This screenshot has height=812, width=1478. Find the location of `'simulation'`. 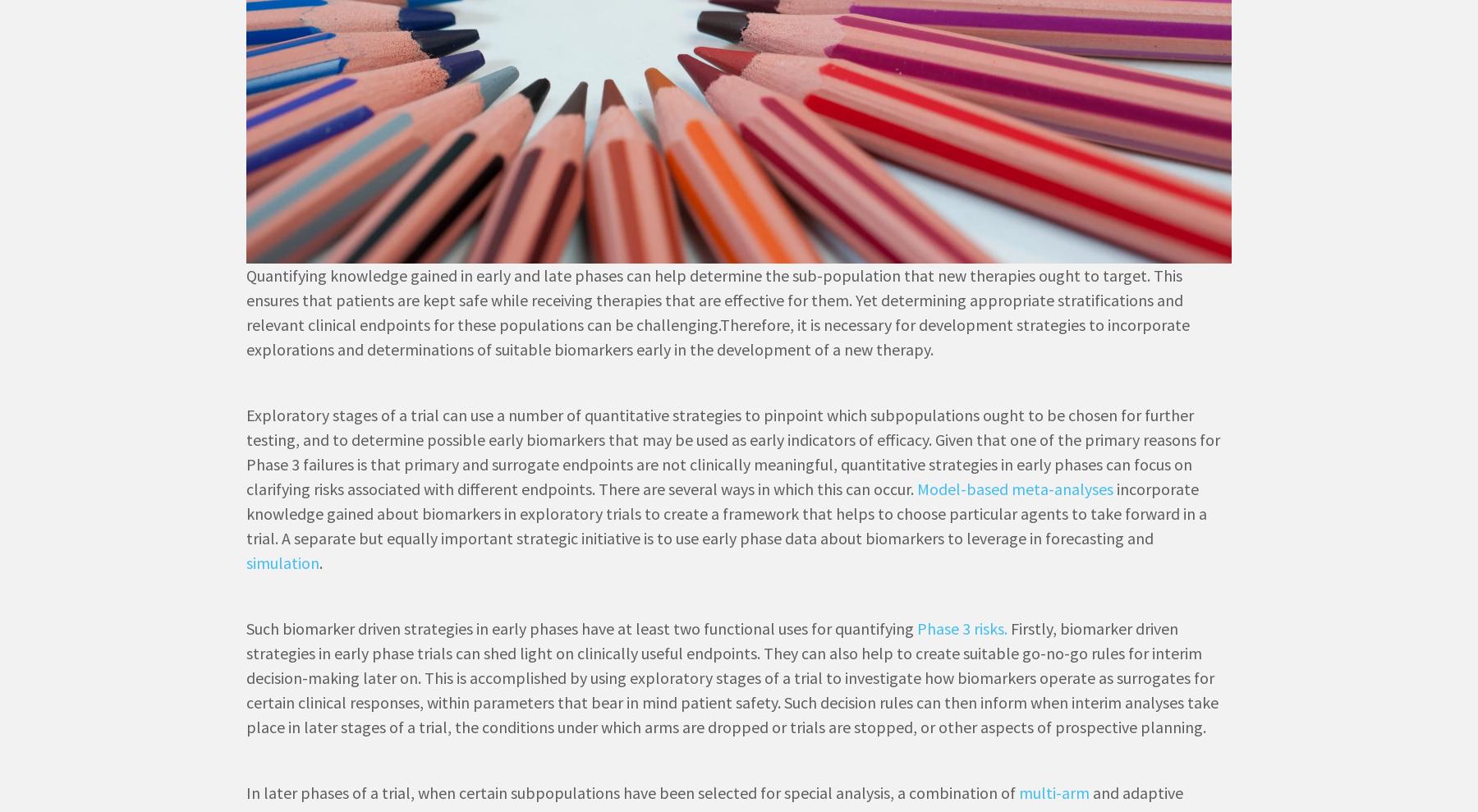

'simulation' is located at coordinates (282, 562).